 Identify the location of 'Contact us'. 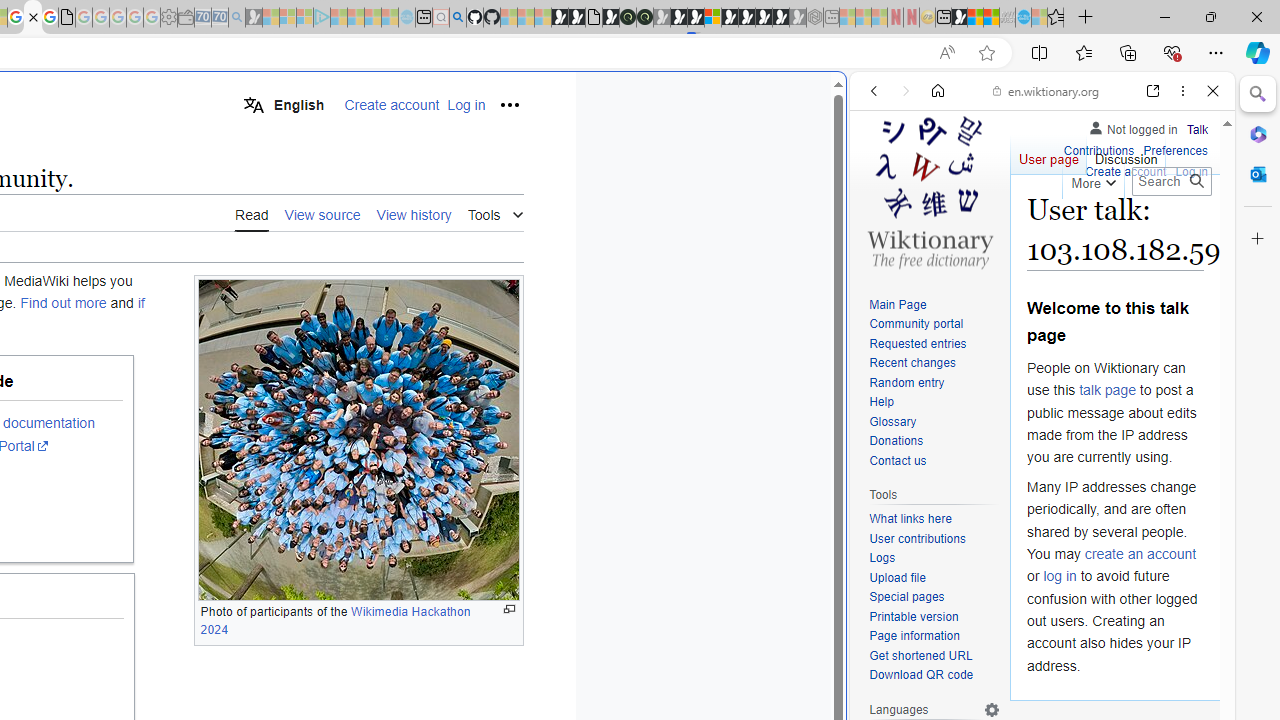
(896, 460).